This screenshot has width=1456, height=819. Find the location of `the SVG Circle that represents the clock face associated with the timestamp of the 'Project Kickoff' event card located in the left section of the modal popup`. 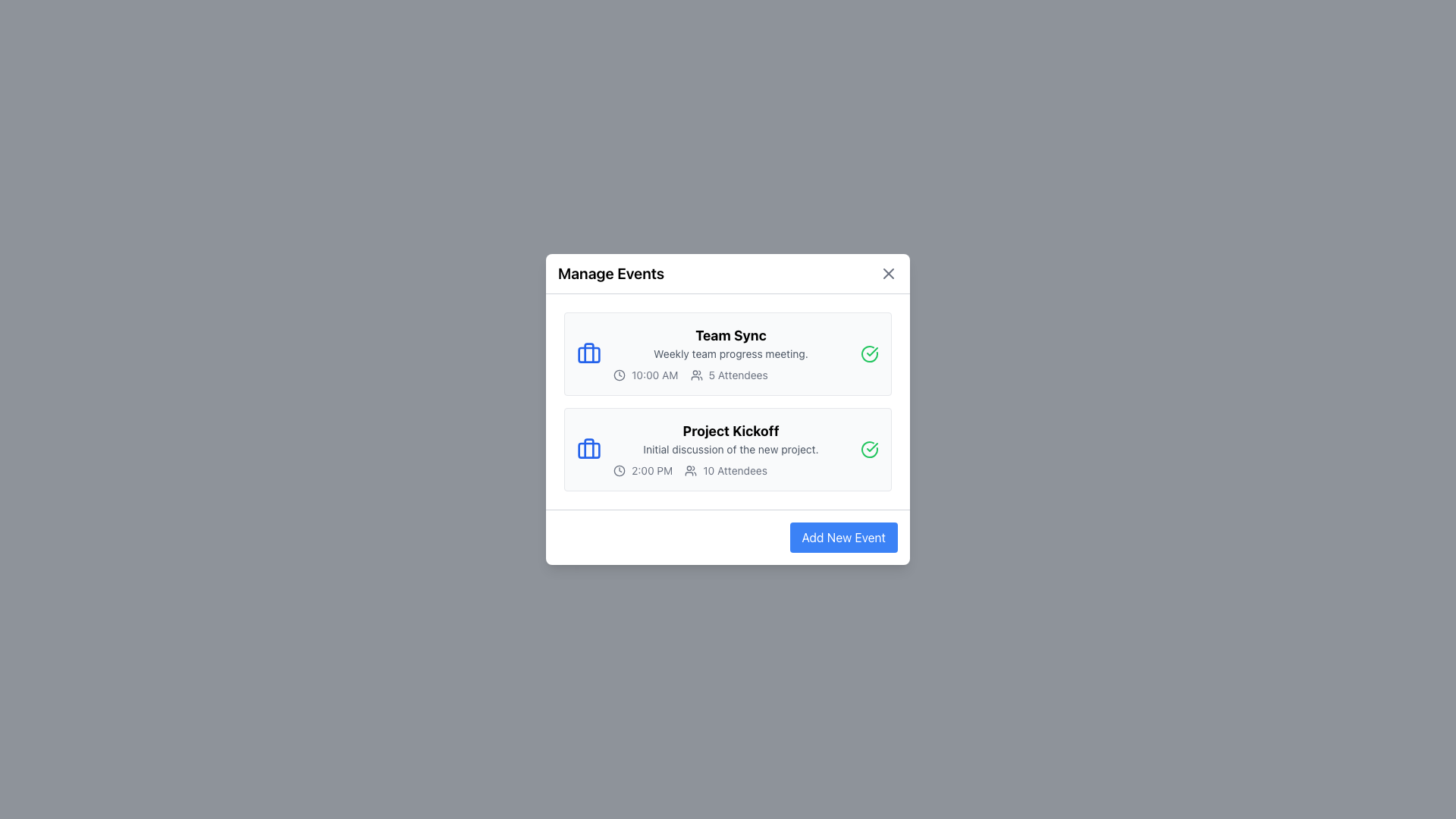

the SVG Circle that represents the clock face associated with the timestamp of the 'Project Kickoff' event card located in the left section of the modal popup is located at coordinates (619, 470).